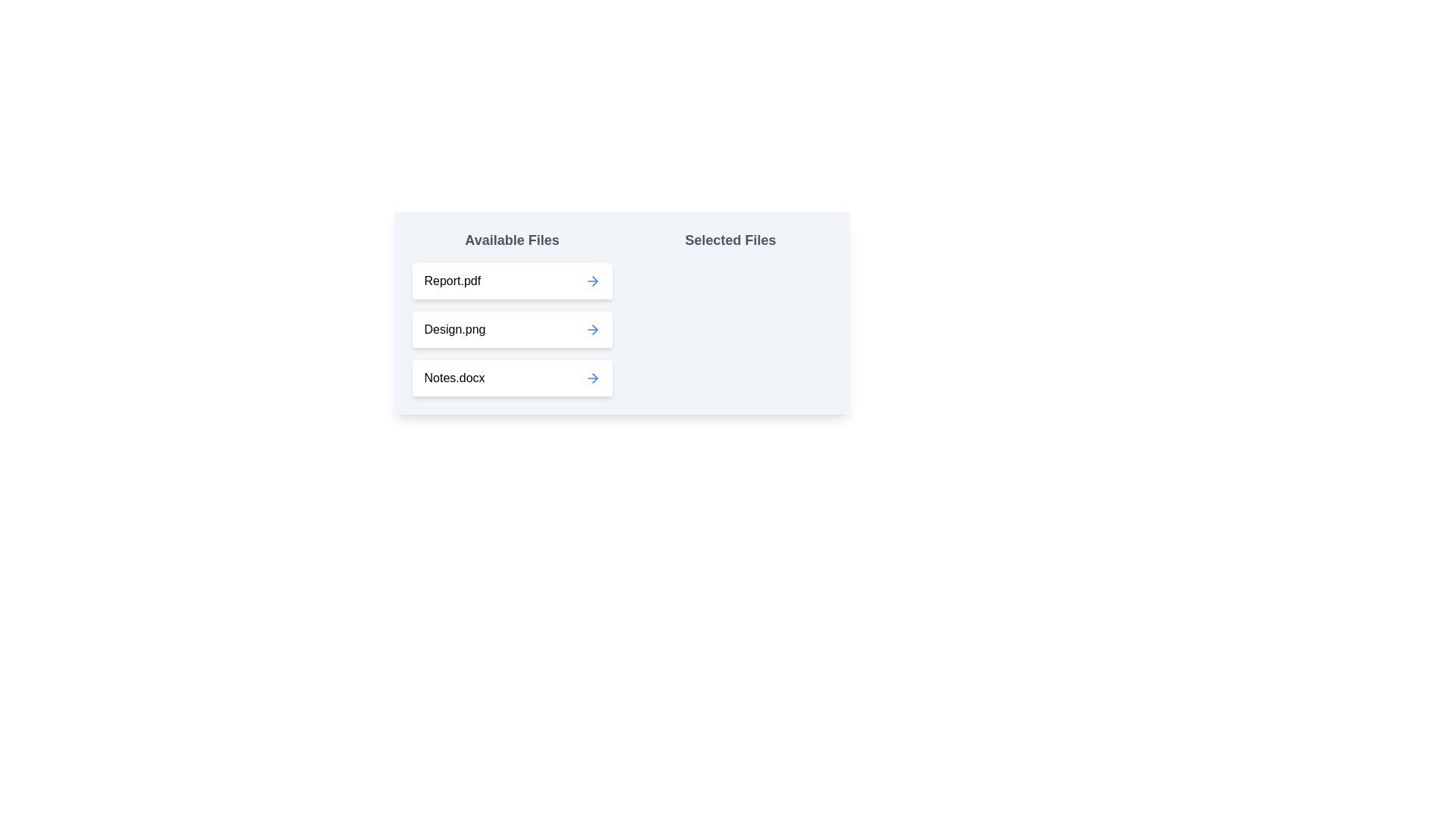  What do you see at coordinates (591, 281) in the screenshot?
I see `the icon related to the 'Report.pdf' file to change its color` at bounding box center [591, 281].